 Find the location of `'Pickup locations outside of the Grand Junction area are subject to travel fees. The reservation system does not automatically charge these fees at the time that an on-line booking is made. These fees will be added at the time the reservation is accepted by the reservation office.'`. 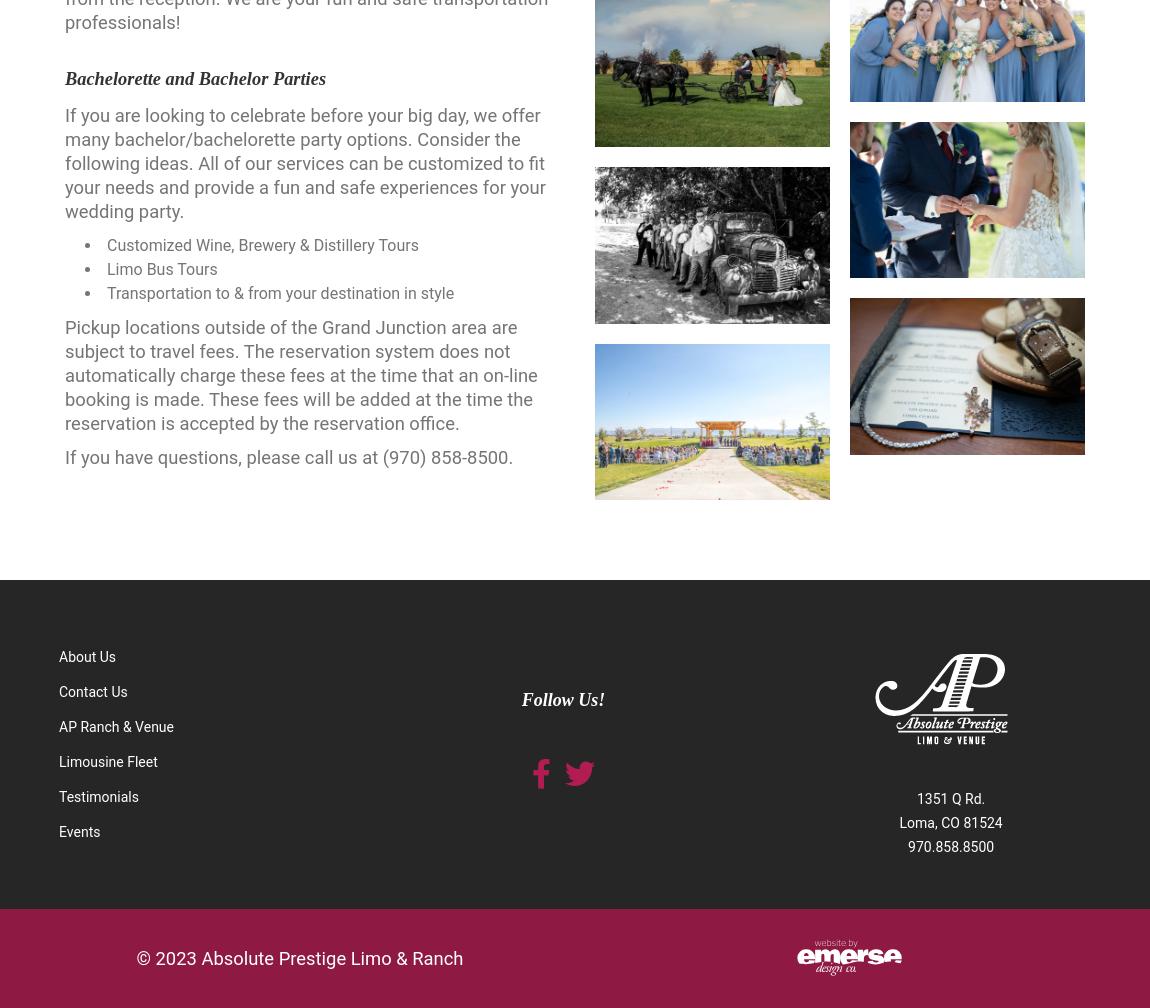

'Pickup locations outside of the Grand Junction area are subject to travel fees. The reservation system does not automatically charge these fees at the time that an on-line booking is made. These fees will be added at the time the reservation is accepted by the reservation office.' is located at coordinates (300, 375).